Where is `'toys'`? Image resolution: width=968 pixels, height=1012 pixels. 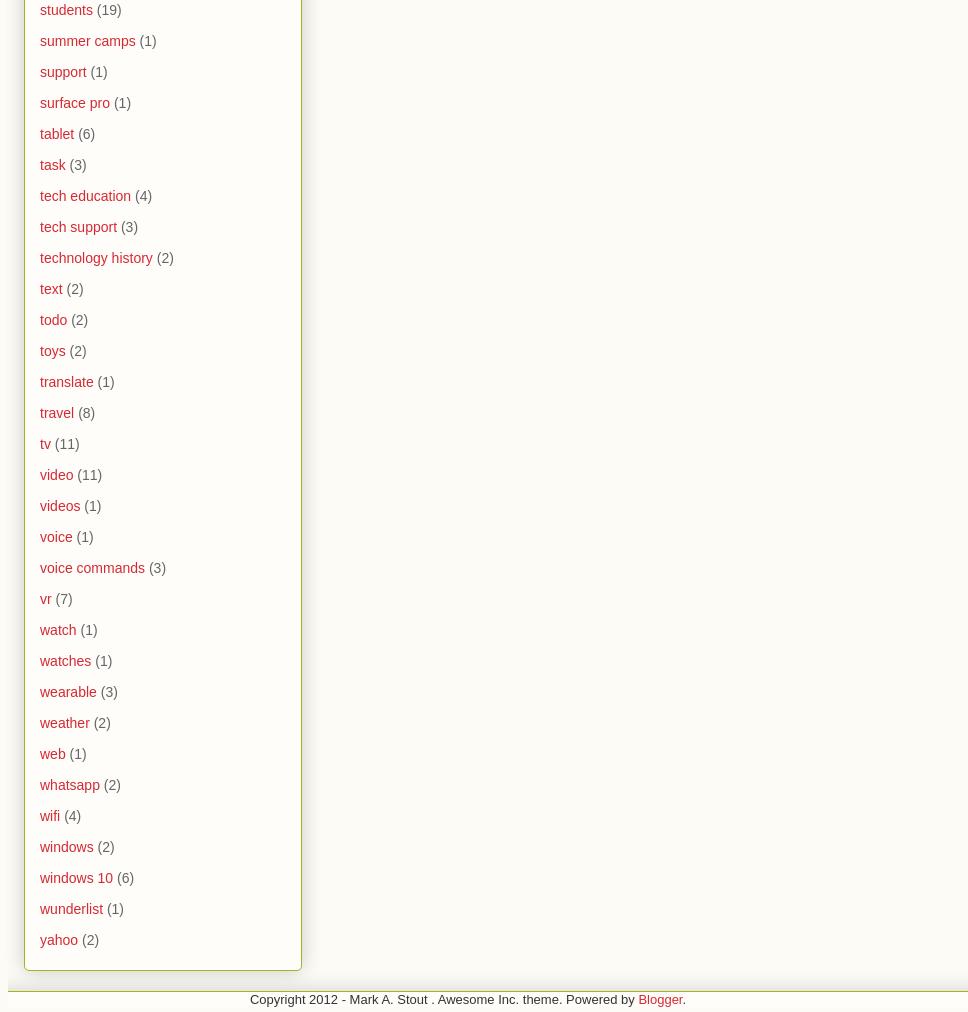
'toys' is located at coordinates (39, 349).